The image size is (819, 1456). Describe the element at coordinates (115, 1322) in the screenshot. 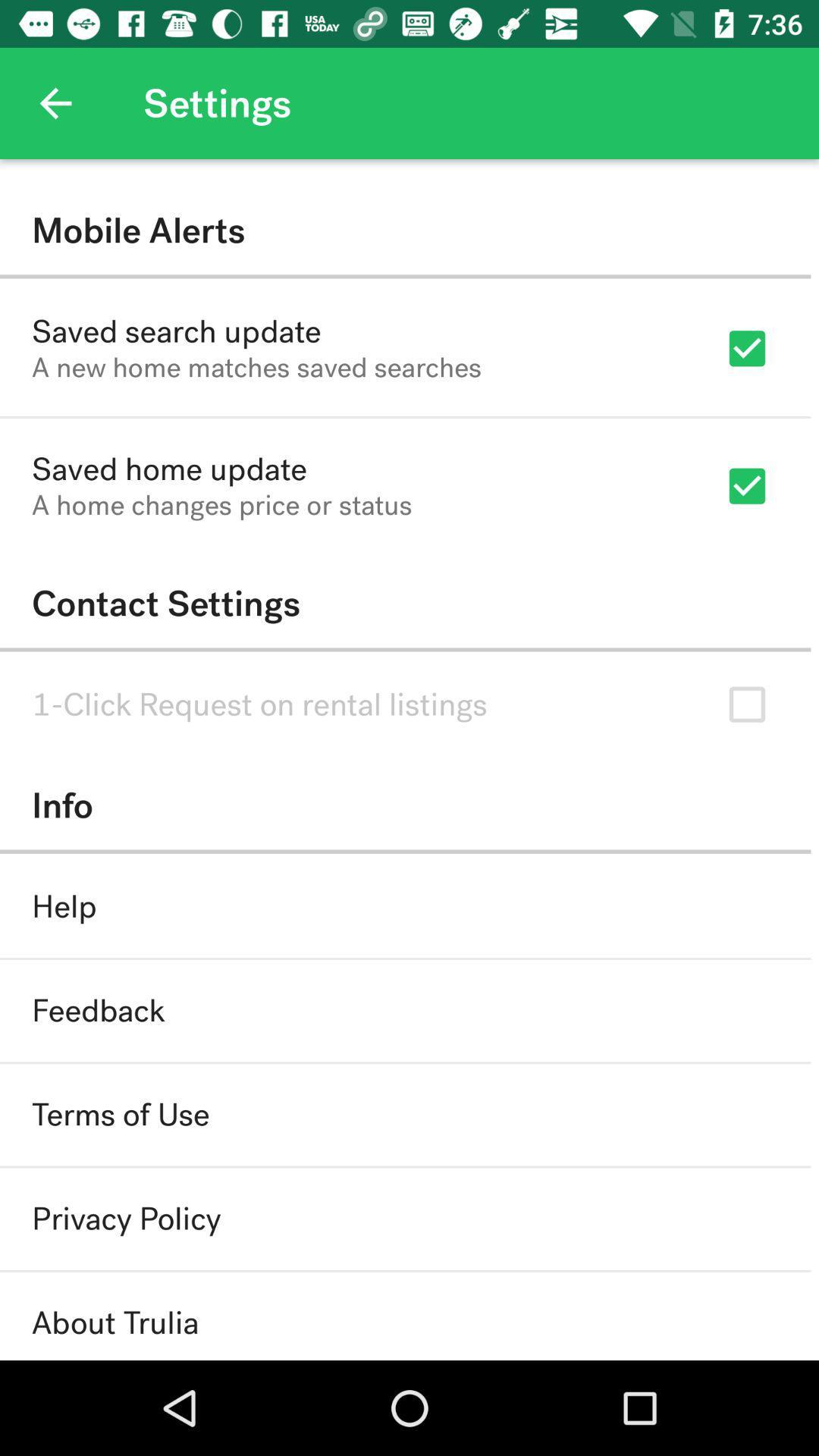

I see `about trulia` at that location.